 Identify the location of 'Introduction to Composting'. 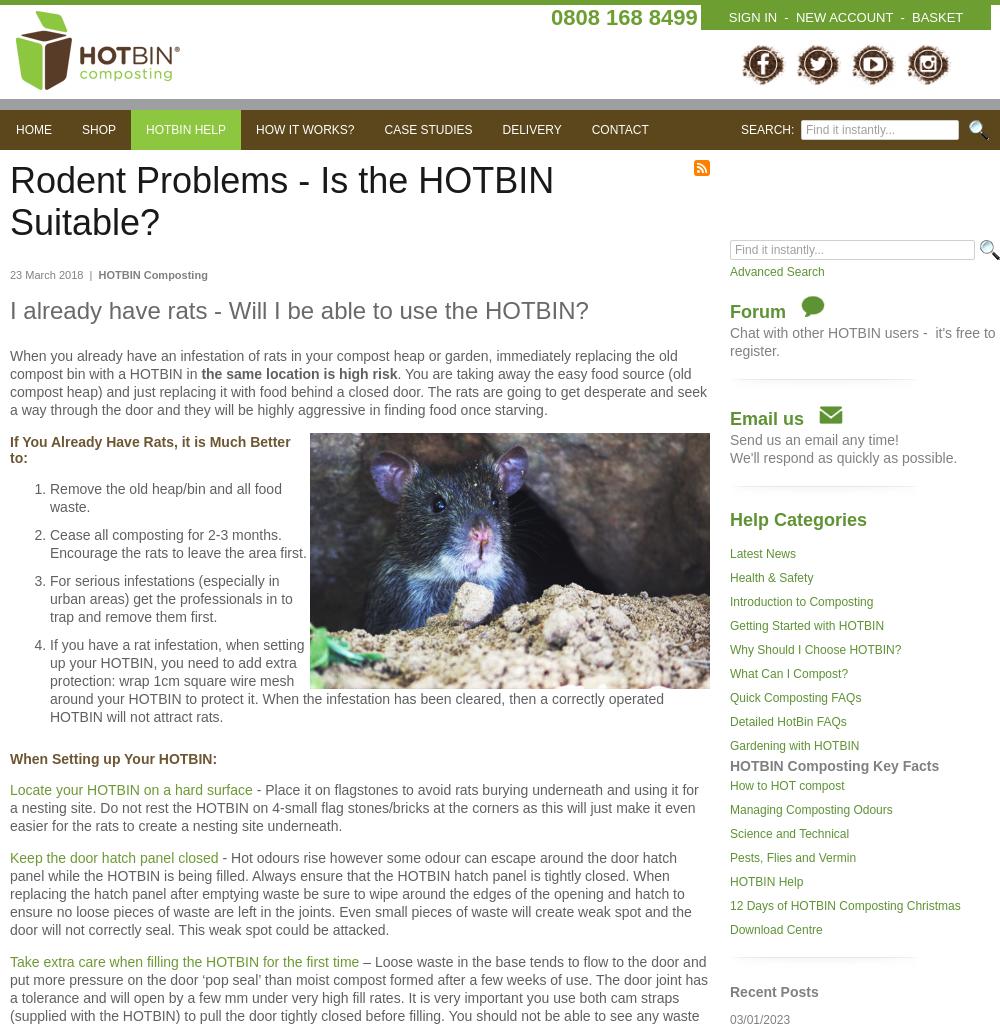
(729, 601).